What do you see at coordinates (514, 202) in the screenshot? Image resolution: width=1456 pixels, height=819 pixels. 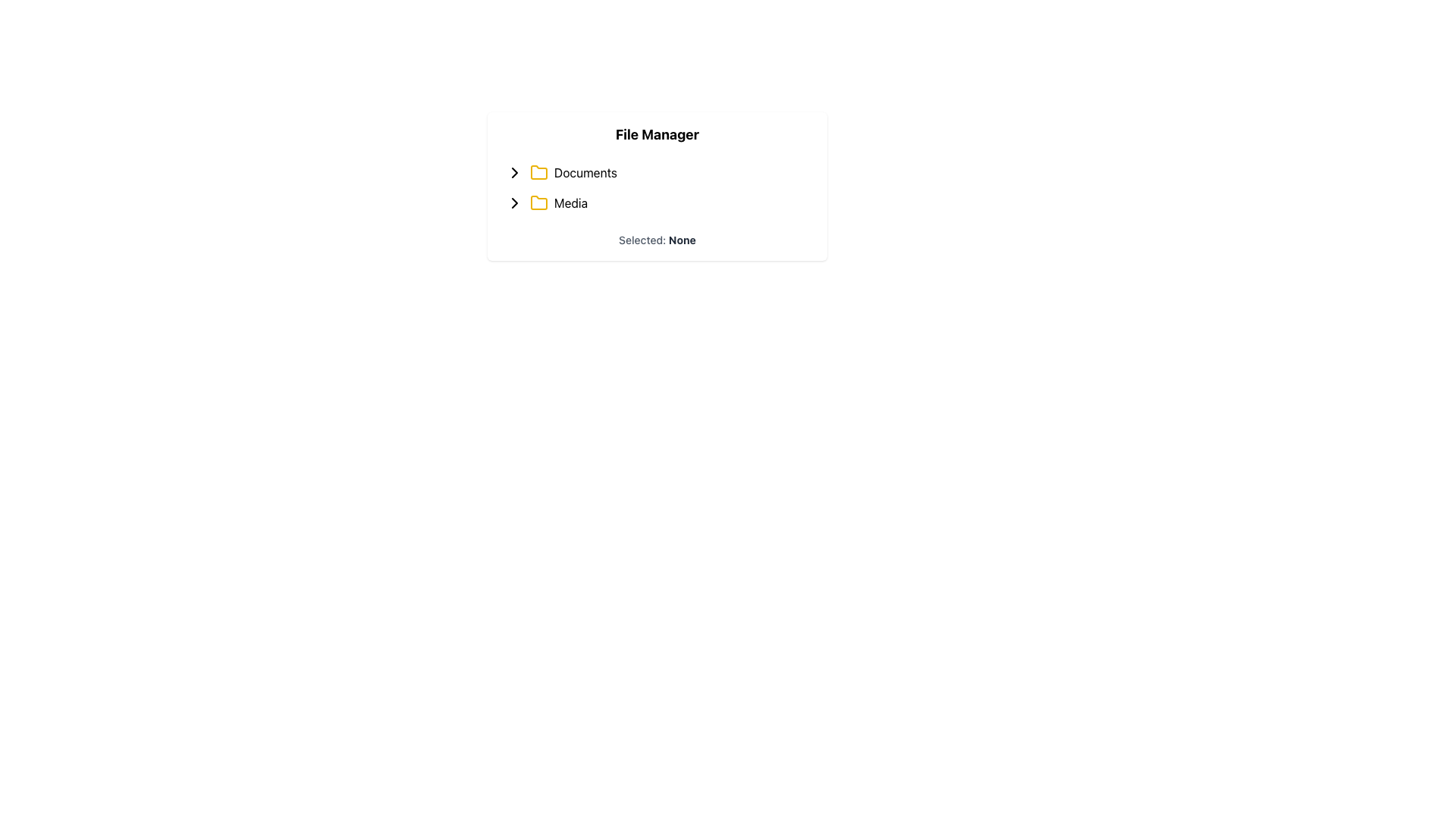 I see `the leftmost right-pointing chevron icon in the 'Media' row of the file manager` at bounding box center [514, 202].